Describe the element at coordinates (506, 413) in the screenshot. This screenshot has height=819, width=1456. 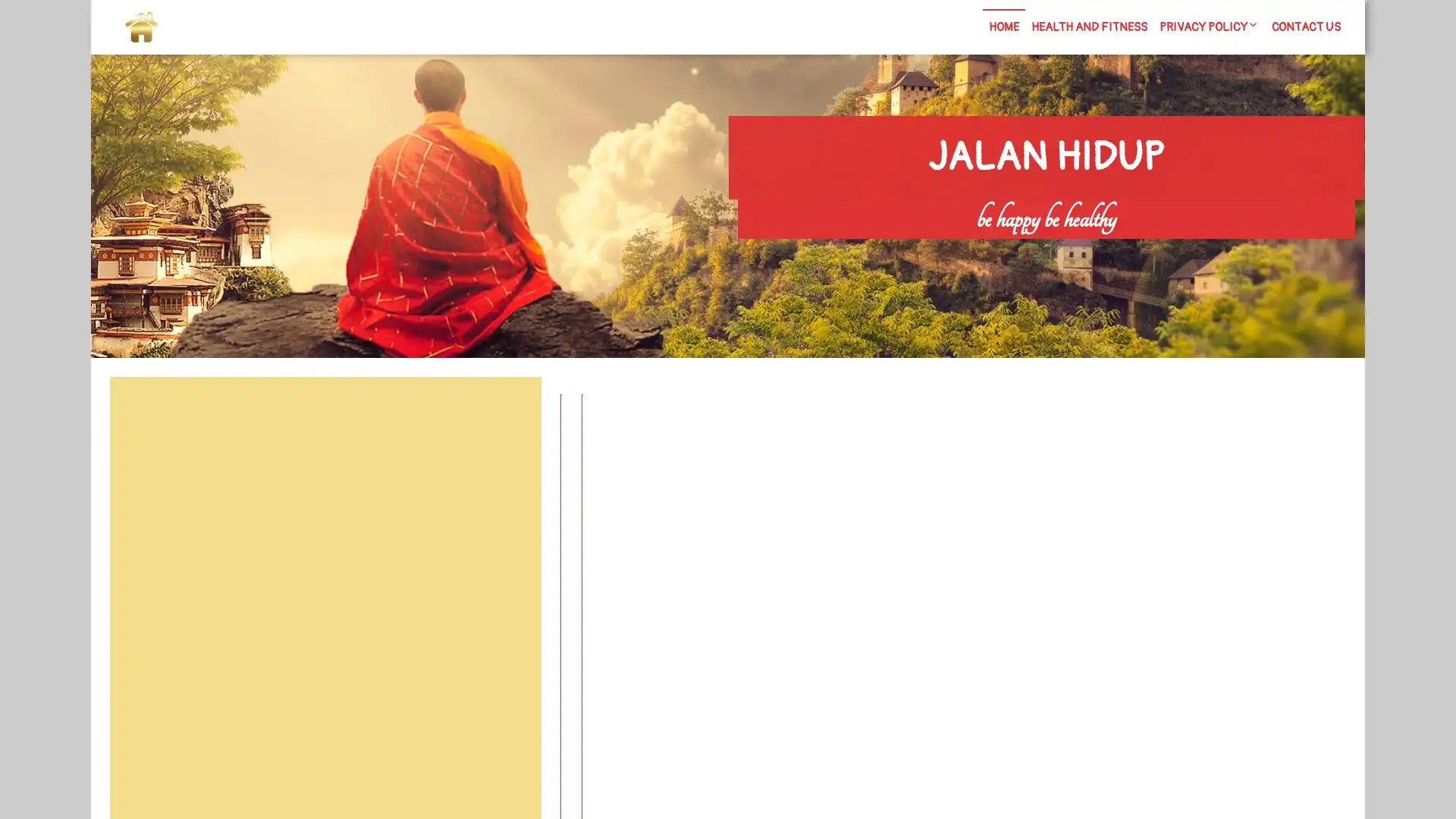
I see `Search` at that location.